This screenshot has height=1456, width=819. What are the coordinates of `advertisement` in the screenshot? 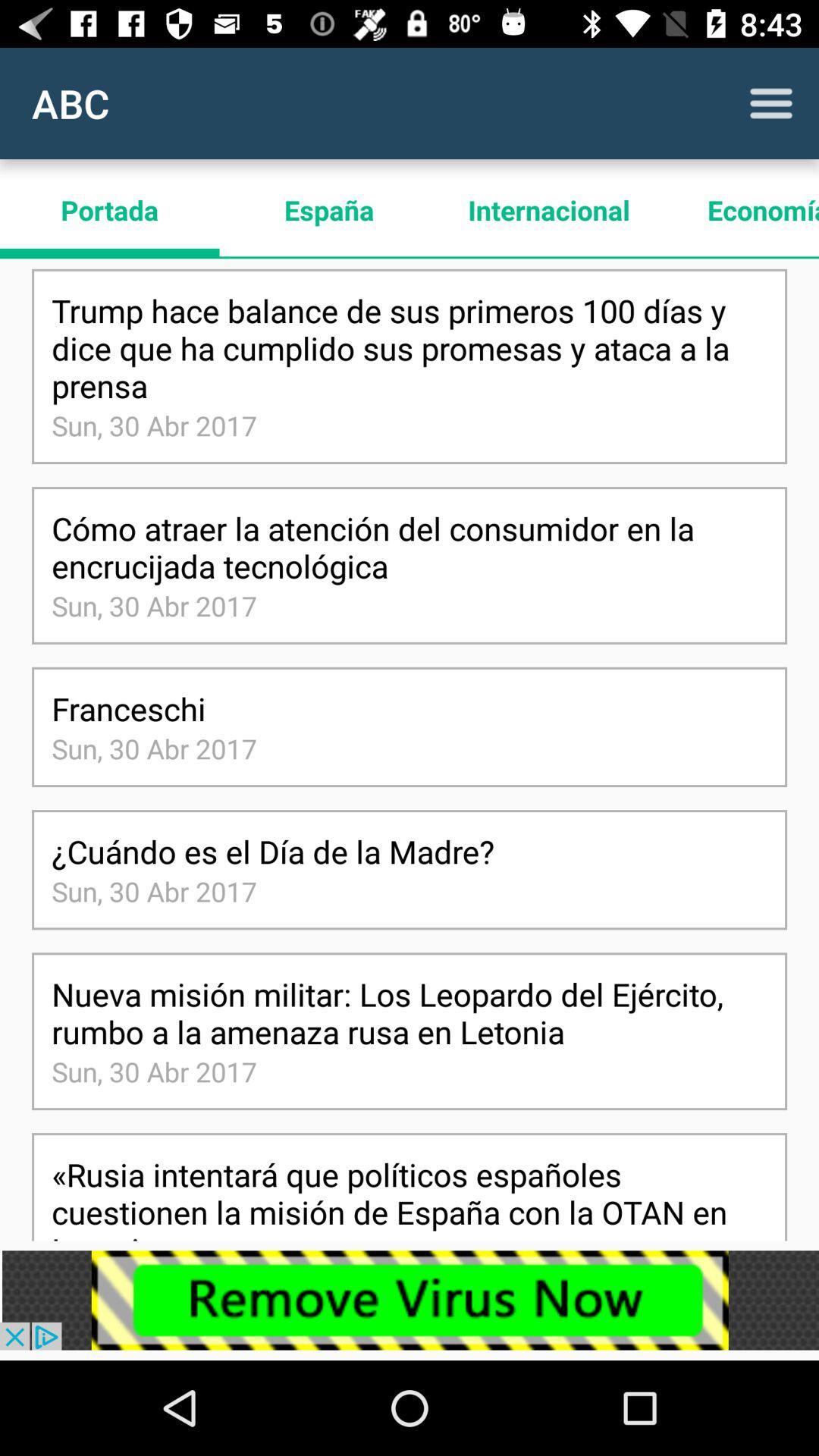 It's located at (409, 1299).